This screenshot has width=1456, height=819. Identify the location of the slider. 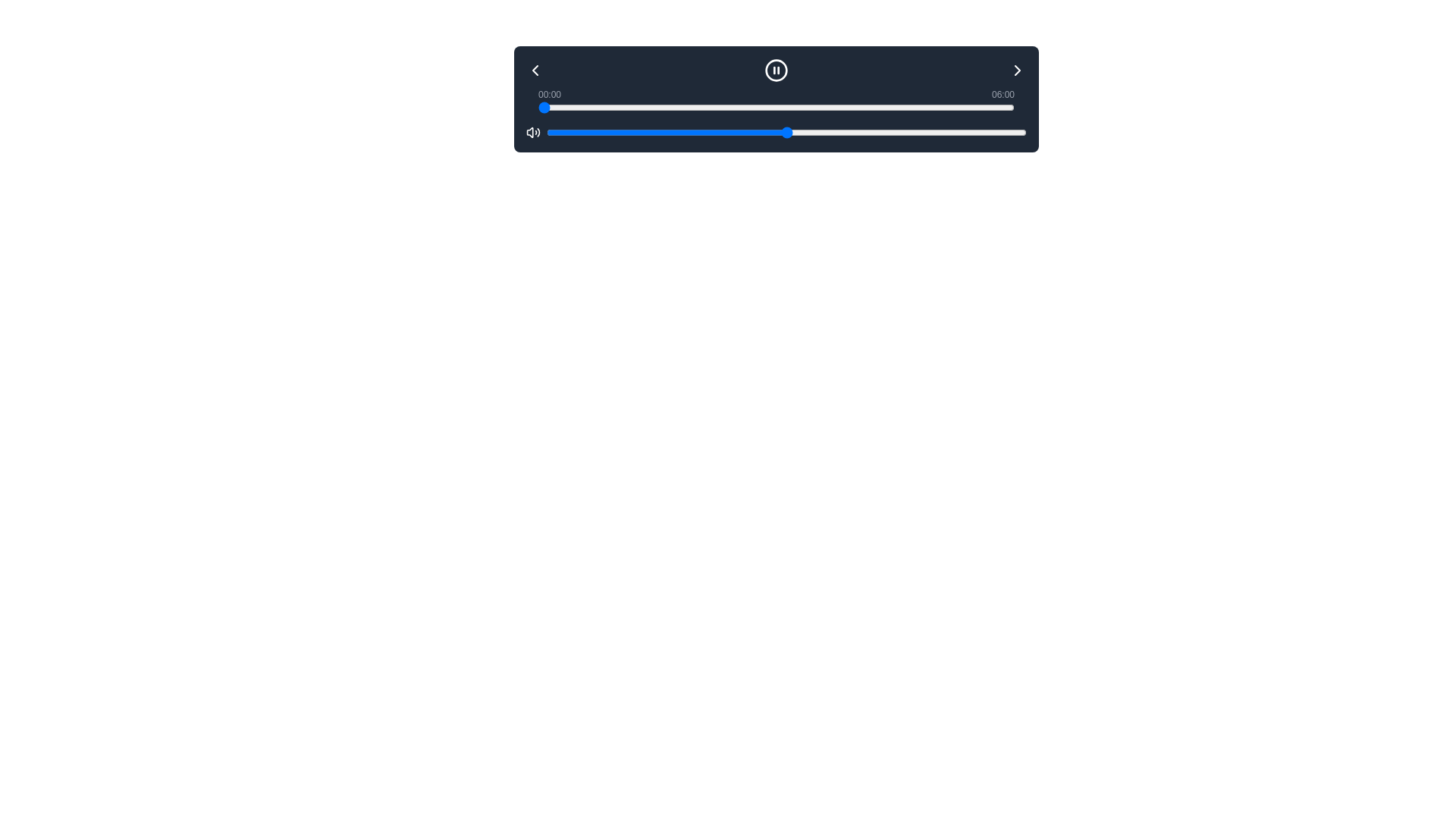
(933, 107).